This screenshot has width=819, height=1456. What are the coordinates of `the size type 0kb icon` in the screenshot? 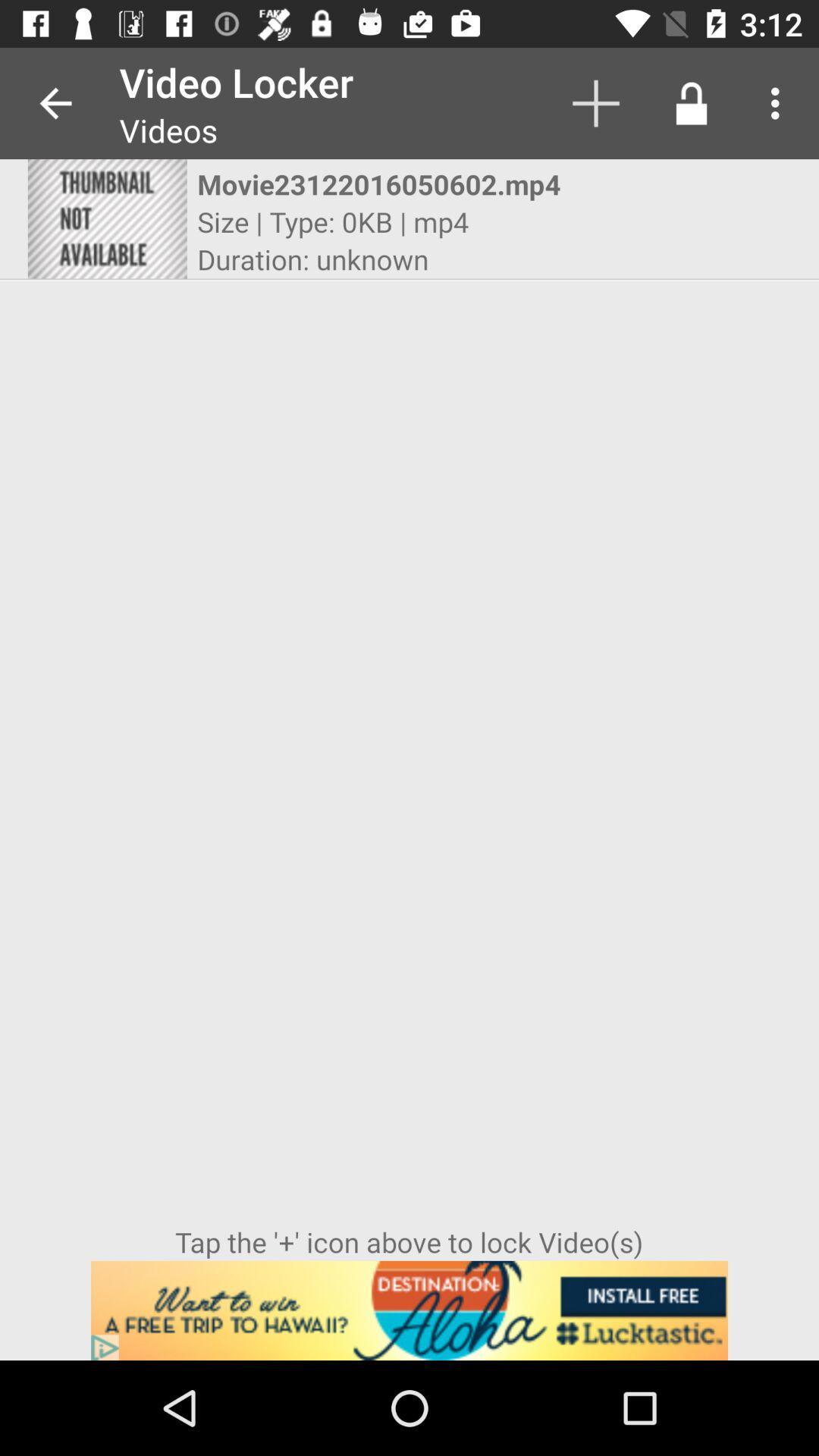 It's located at (332, 221).